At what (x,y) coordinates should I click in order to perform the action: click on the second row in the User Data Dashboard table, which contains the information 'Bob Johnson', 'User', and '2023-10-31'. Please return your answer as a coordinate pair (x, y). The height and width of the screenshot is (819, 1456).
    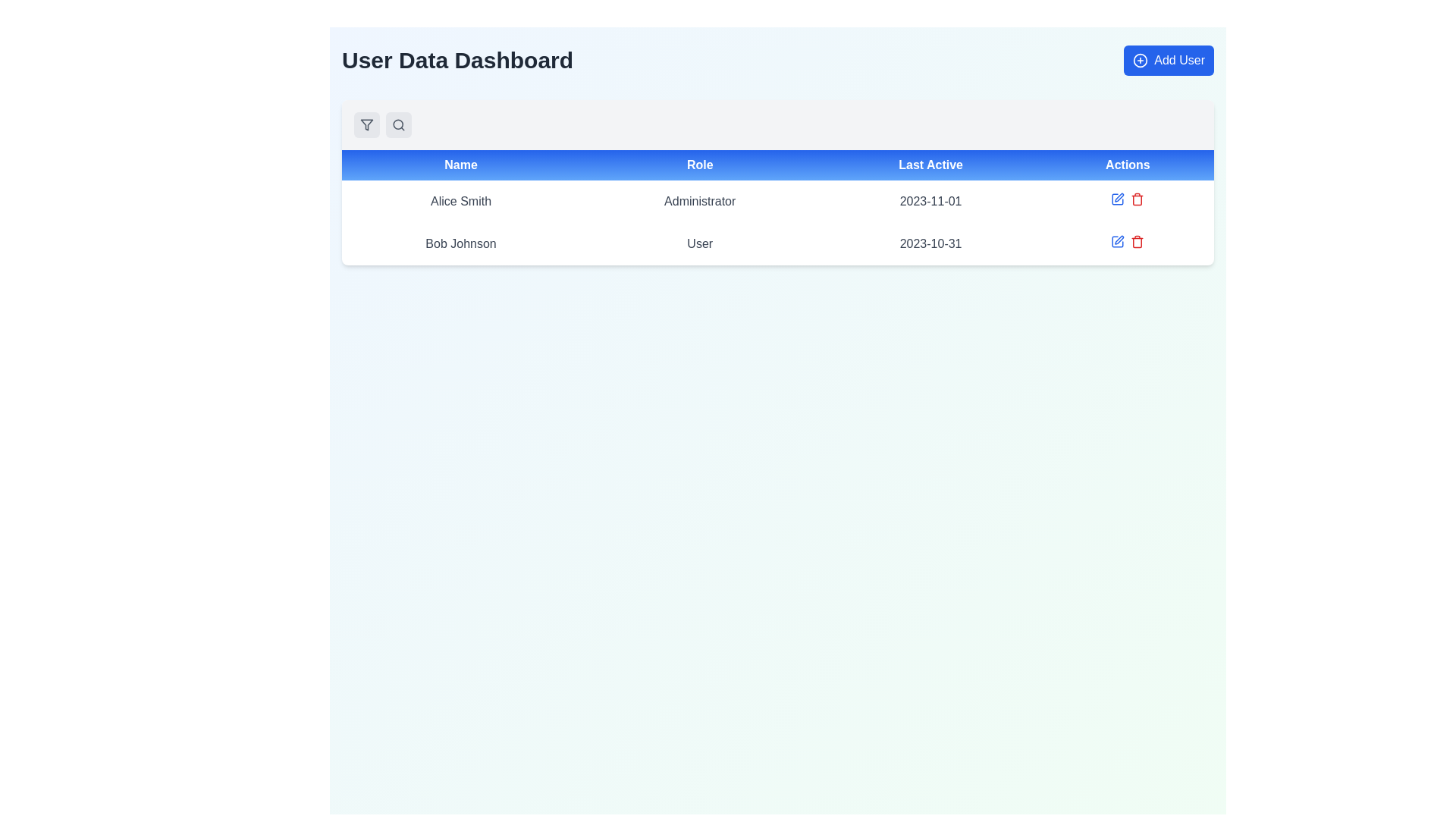
    Looking at the image, I should click on (778, 243).